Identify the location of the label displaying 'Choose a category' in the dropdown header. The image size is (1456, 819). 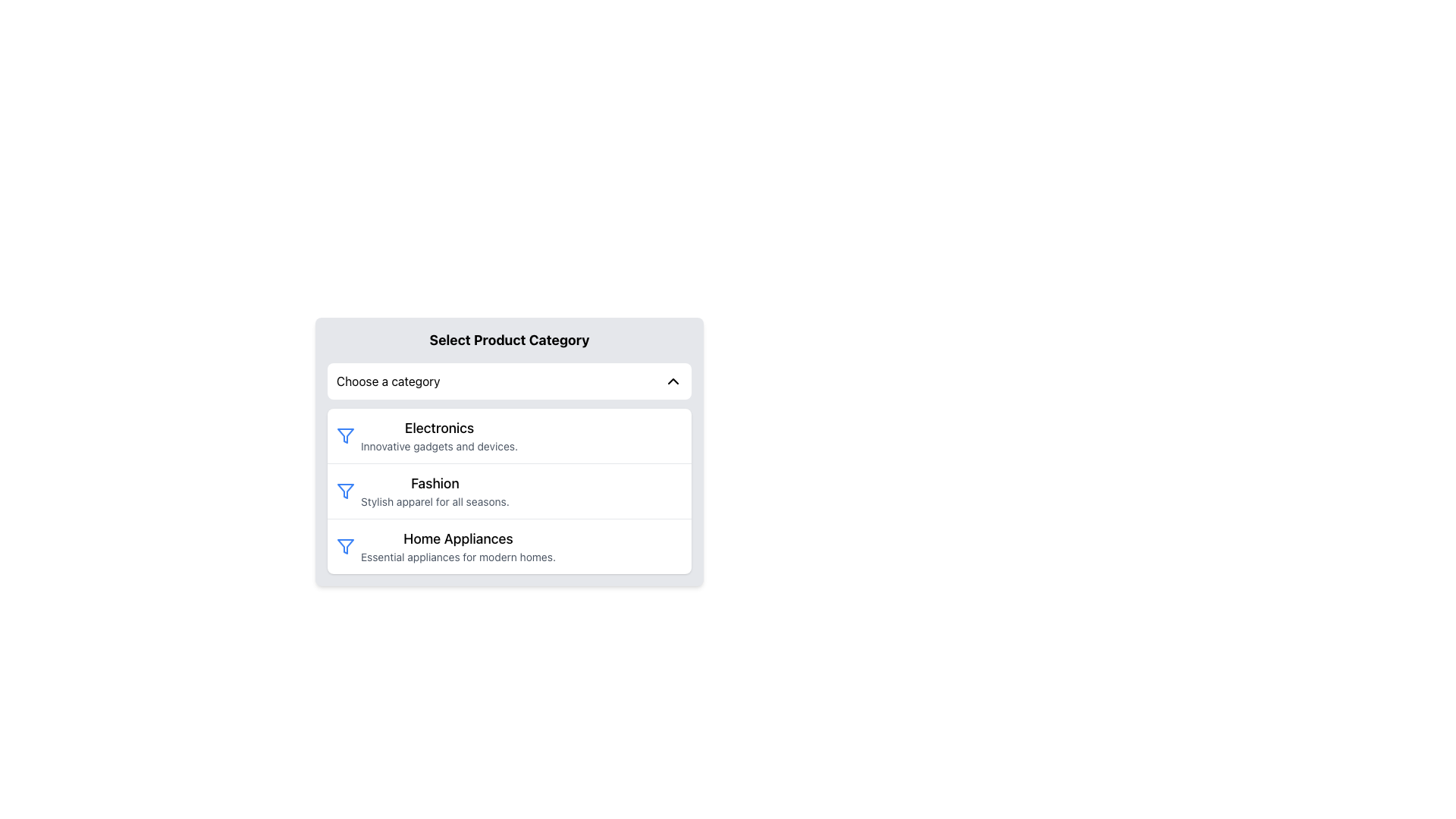
(388, 380).